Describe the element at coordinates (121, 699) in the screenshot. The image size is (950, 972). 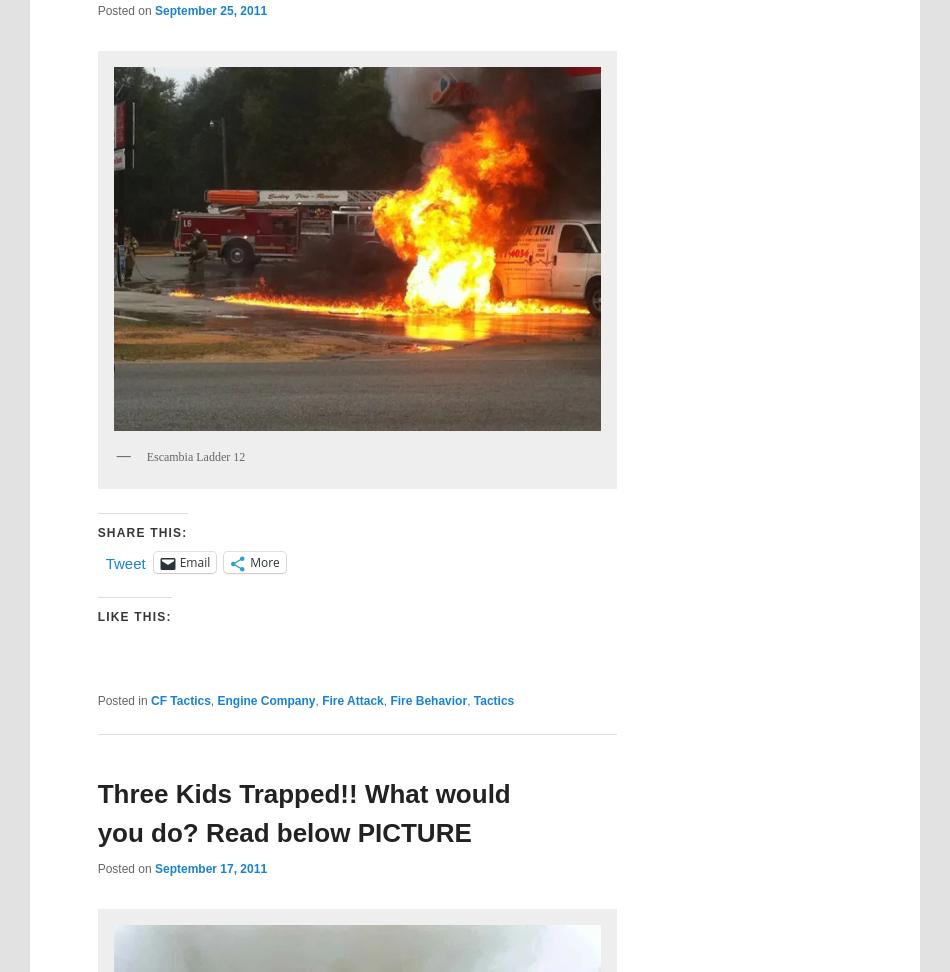
I see `'Posted in'` at that location.